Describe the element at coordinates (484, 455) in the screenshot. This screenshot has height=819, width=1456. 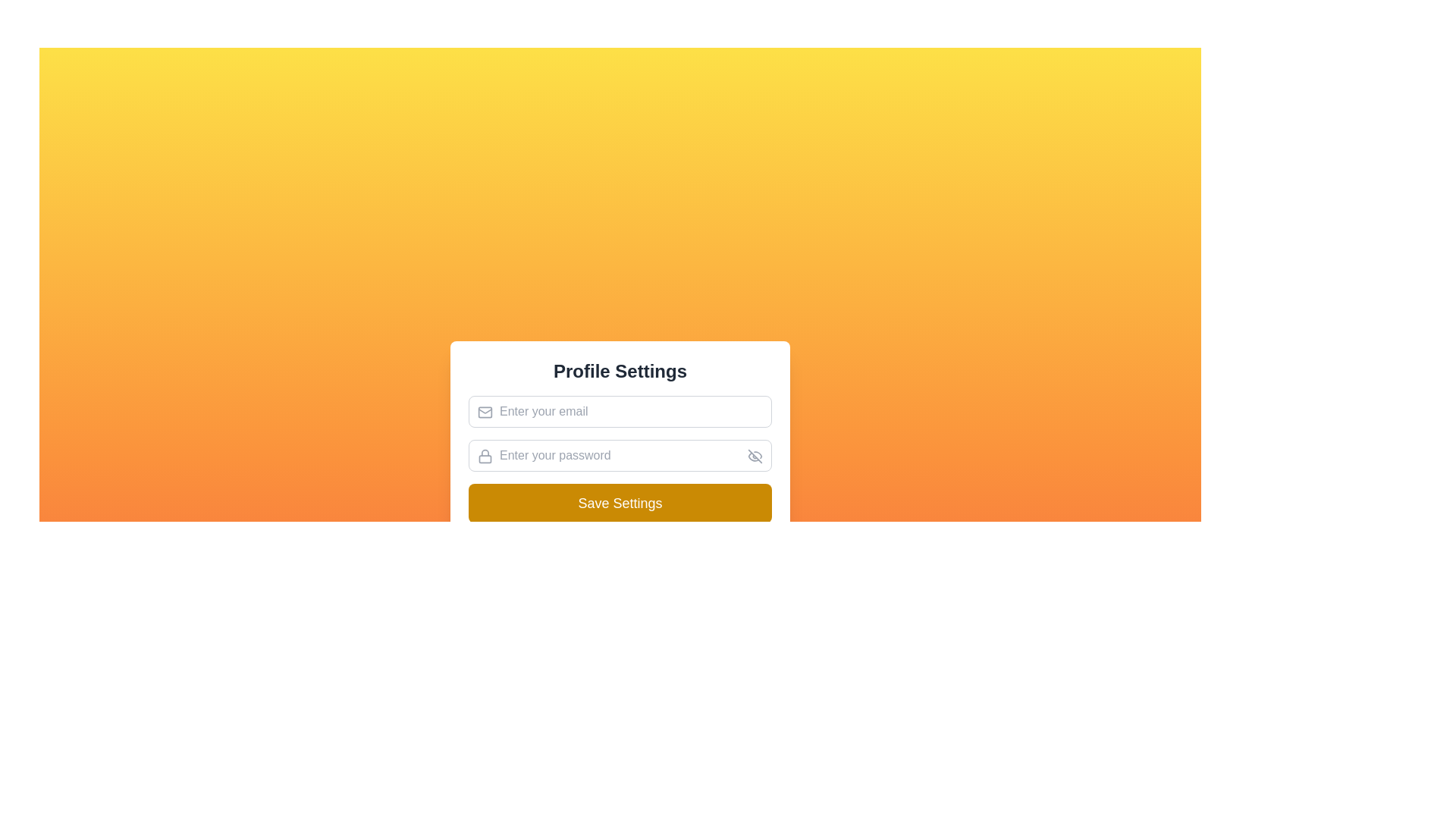
I see `the lock icon located in the top-left corner of the password input field, which serves as a visual indicator for secure input` at that location.